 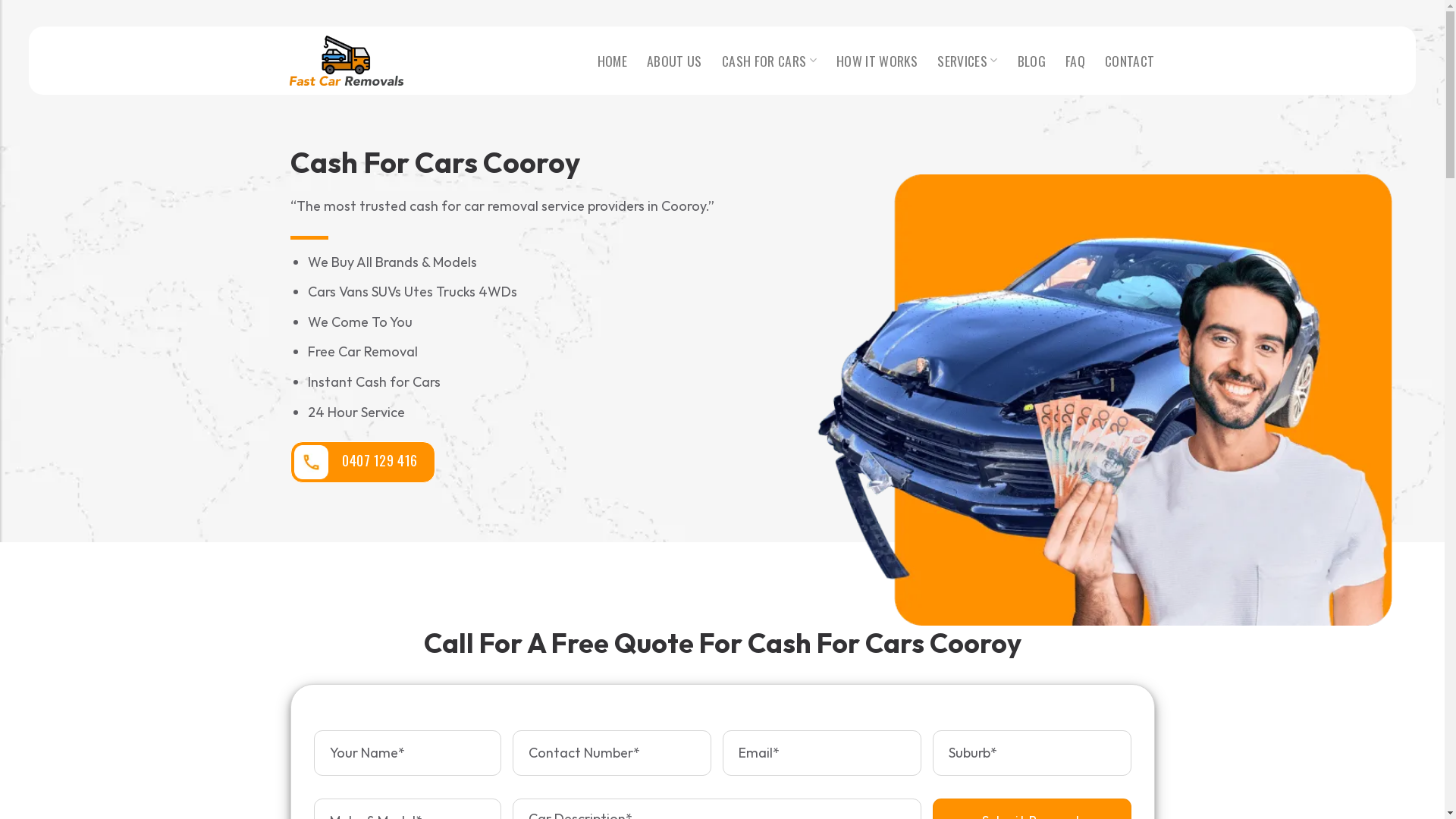 What do you see at coordinates (0, 0) in the screenshot?
I see `'Skip to content'` at bounding box center [0, 0].